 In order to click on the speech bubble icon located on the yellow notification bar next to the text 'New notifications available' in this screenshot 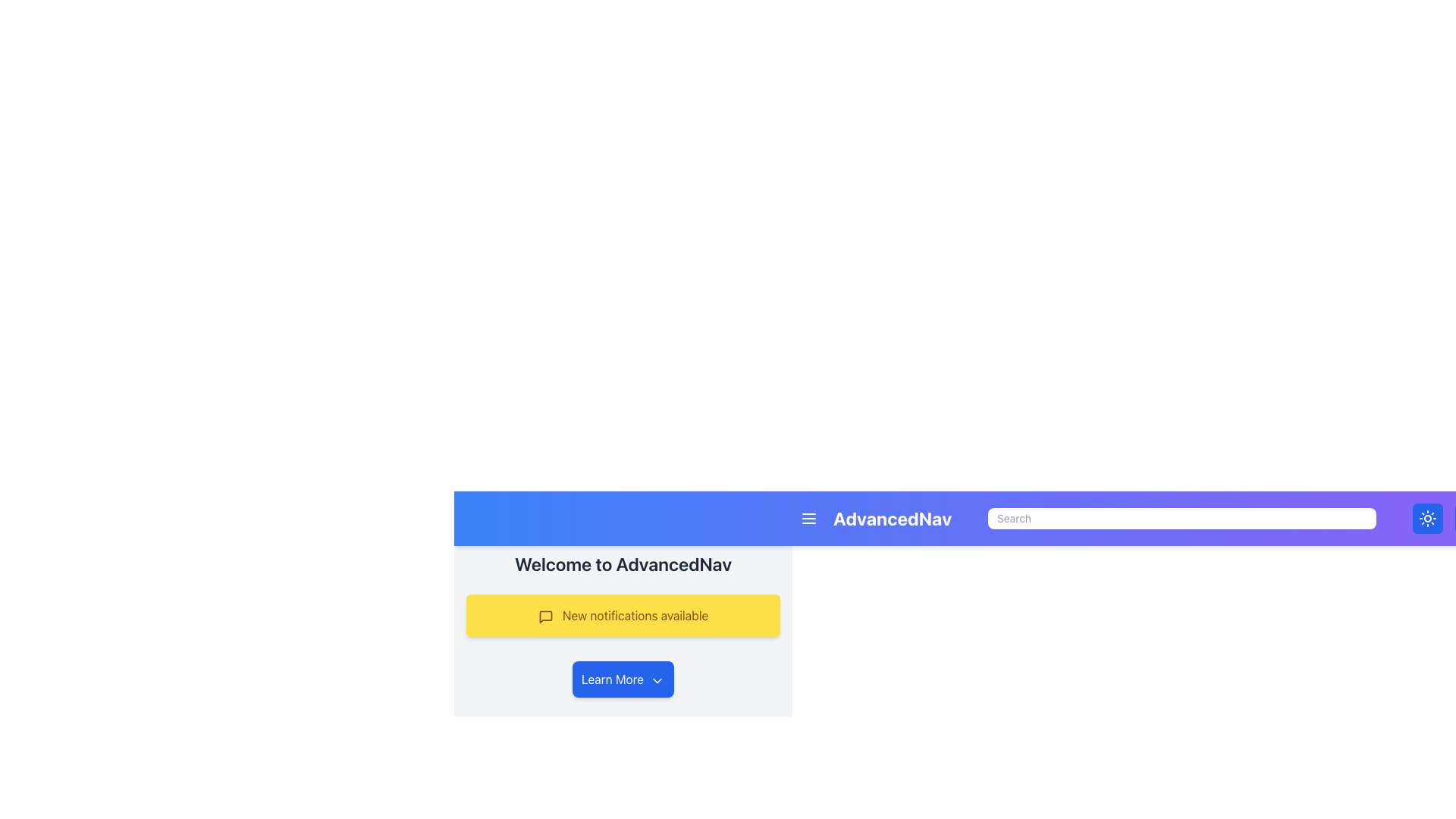, I will do `click(545, 617)`.